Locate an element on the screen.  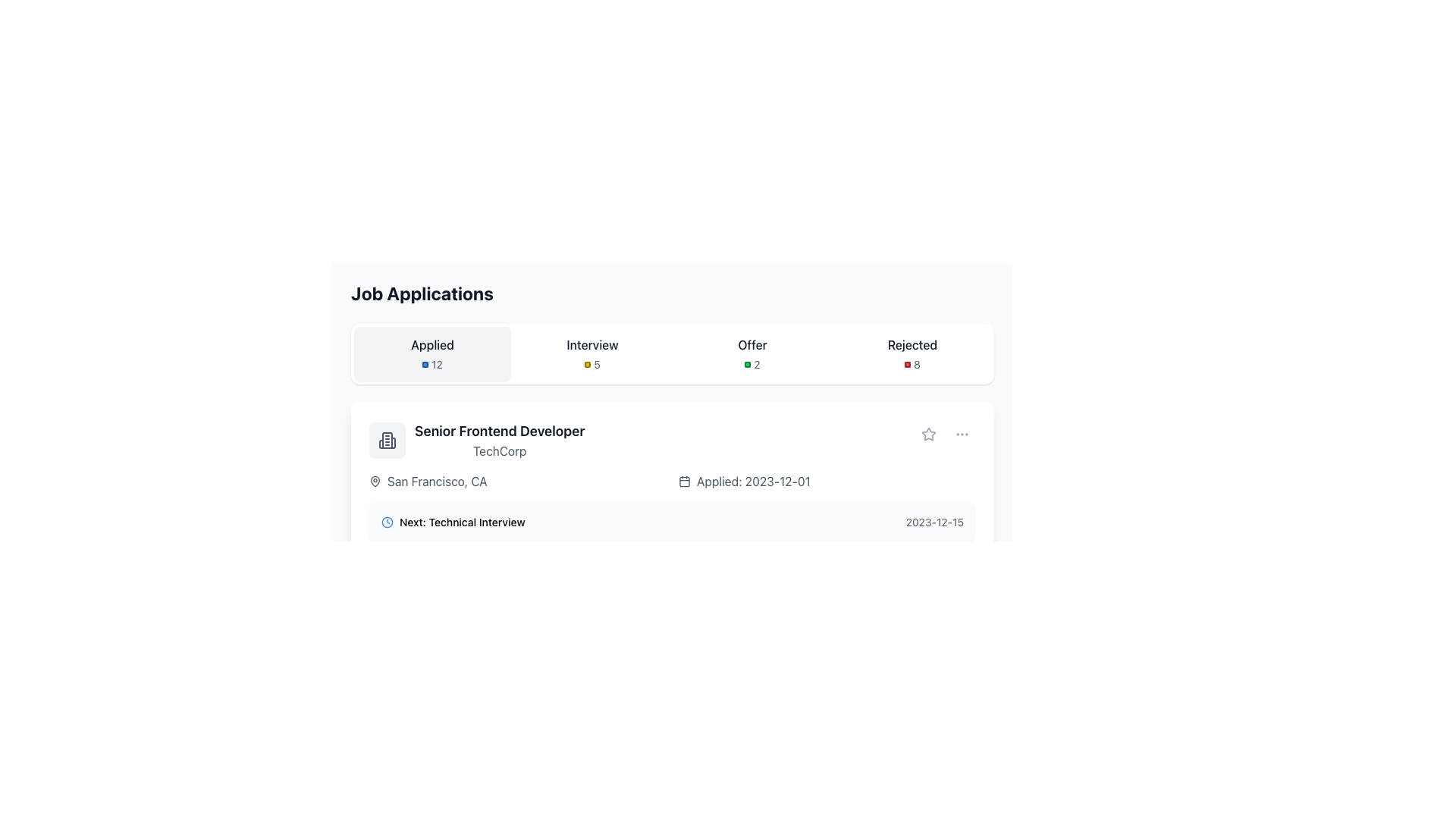
the third text label or numerical display in the job application interface, which represents a status or count, positioned after a green circular icon is located at coordinates (757, 365).